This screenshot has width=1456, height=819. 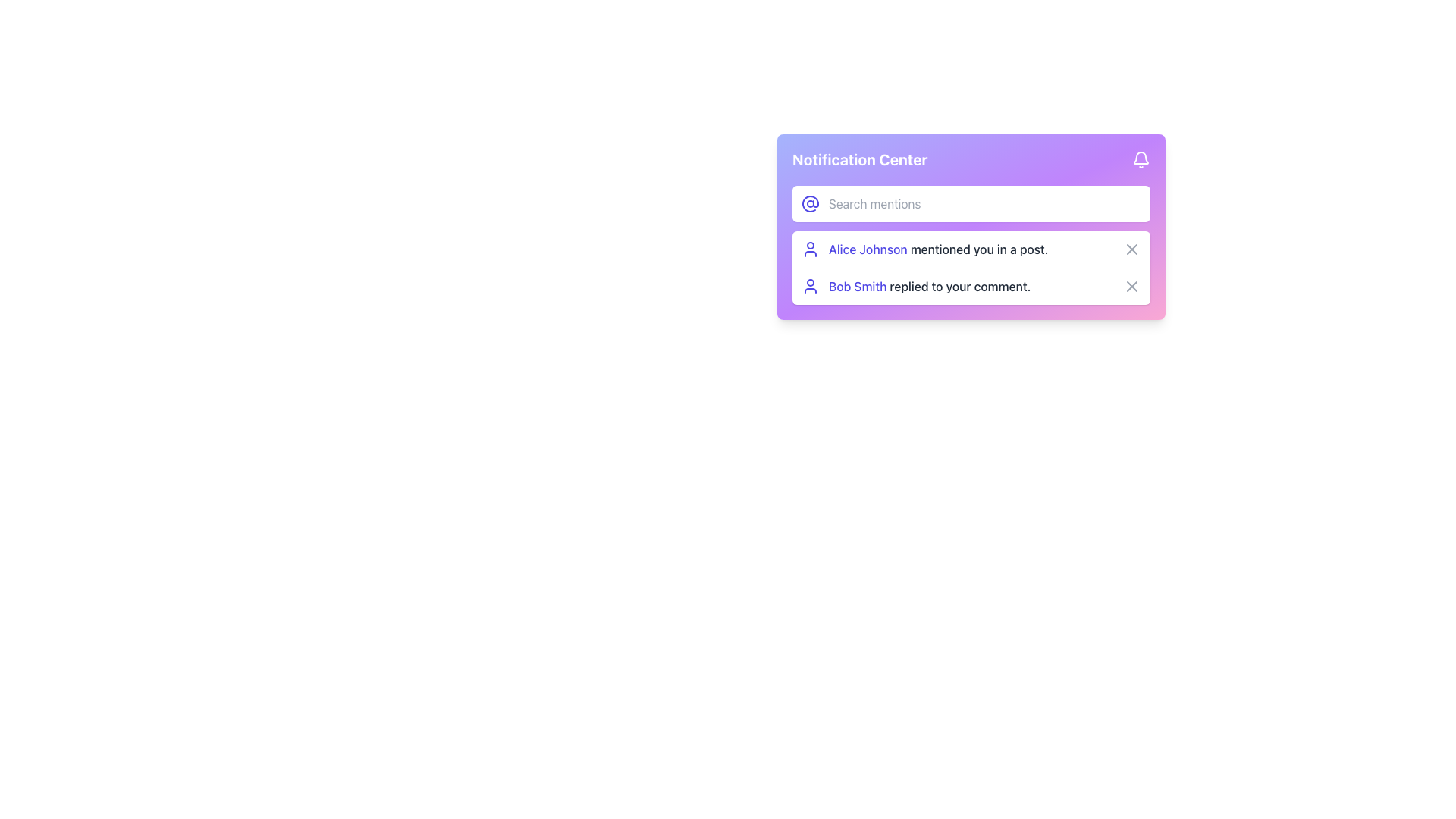 I want to click on the notification entry featuring the text 'Alice Johnson mentioned you in a post.', so click(x=971, y=248).